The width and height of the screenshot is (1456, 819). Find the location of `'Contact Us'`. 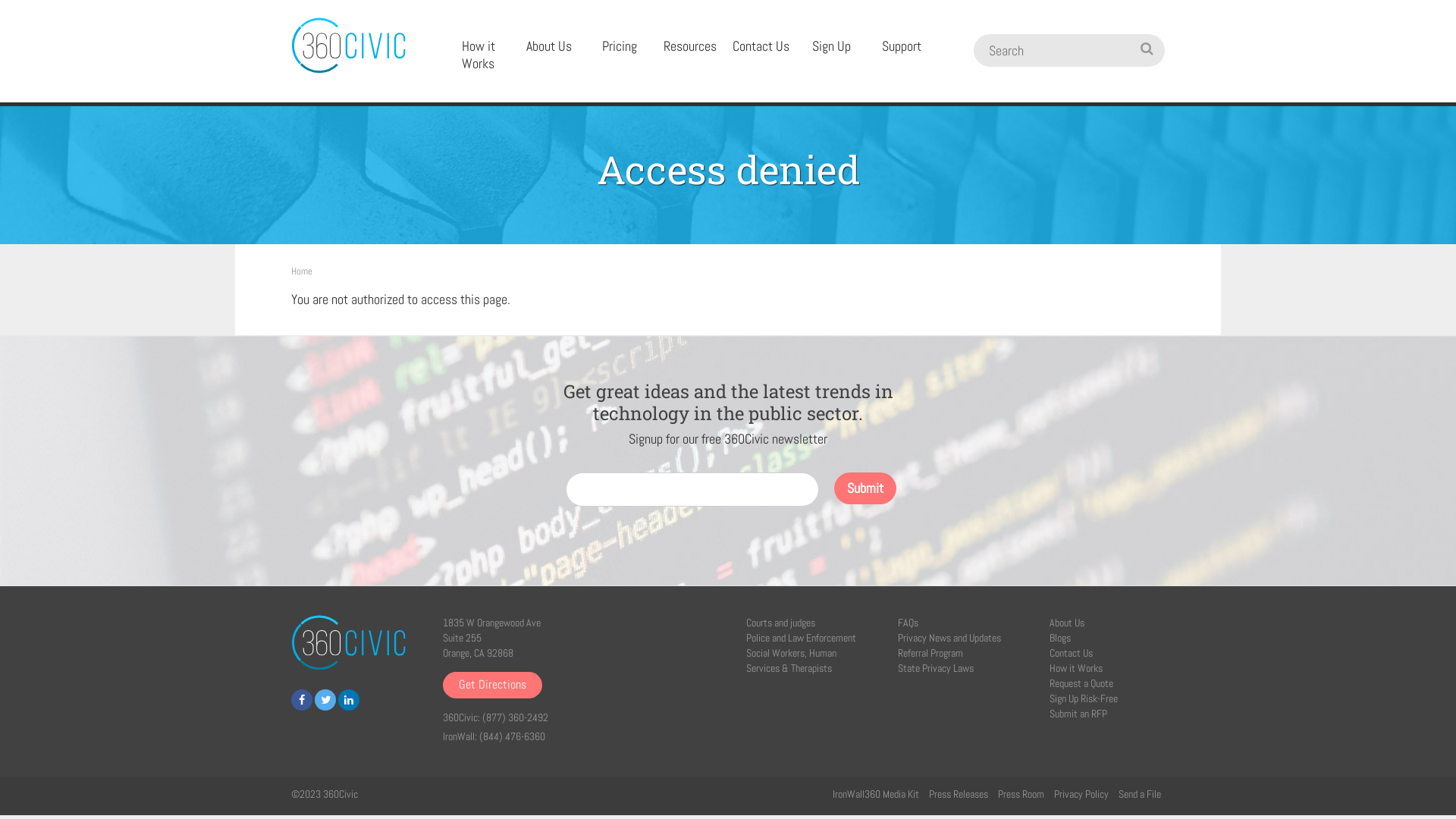

'Contact Us' is located at coordinates (1070, 651).